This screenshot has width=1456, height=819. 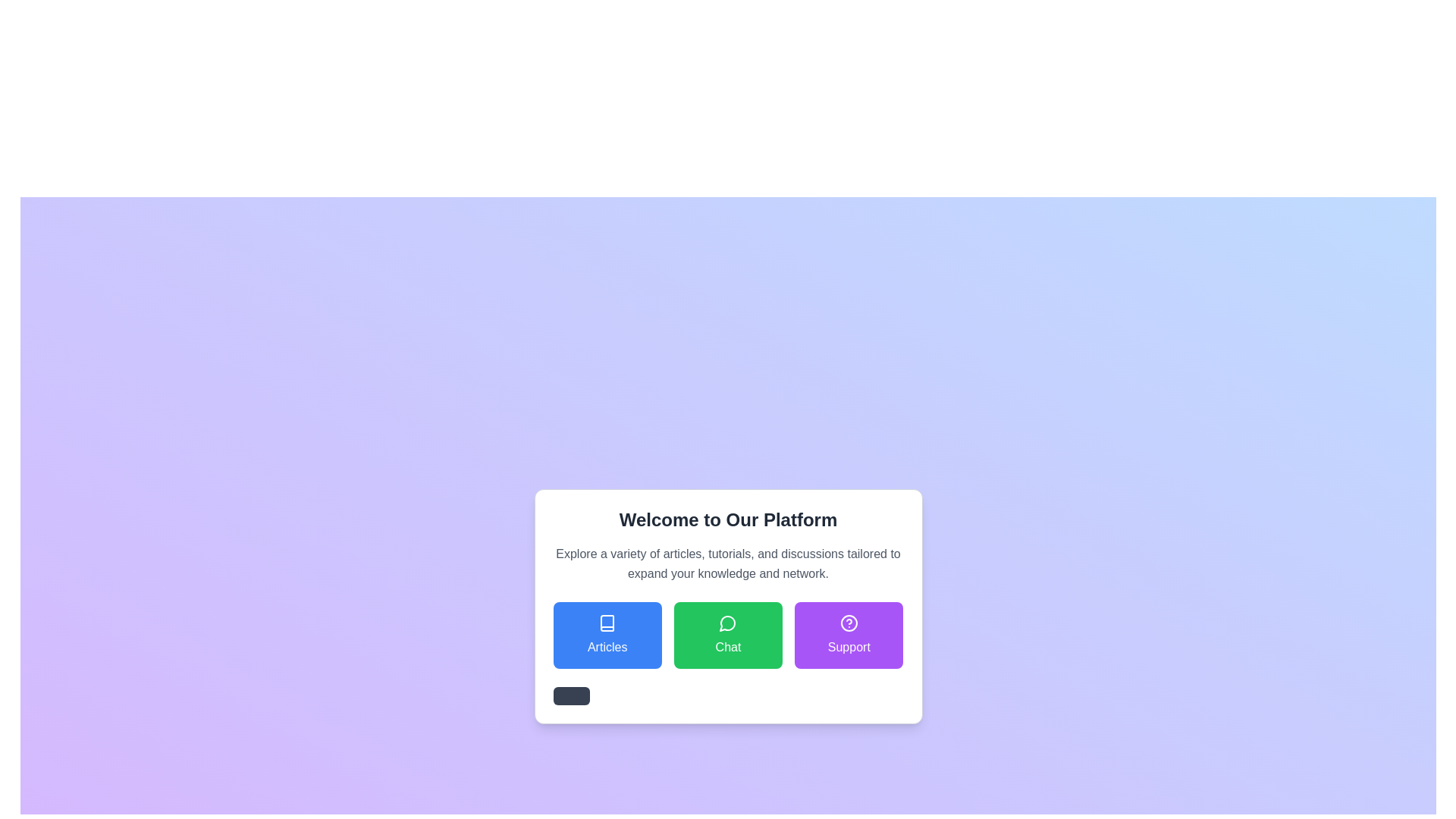 What do you see at coordinates (728, 635) in the screenshot?
I see `the green 'Chat' button, which features a white speech bubble icon above the text` at bounding box center [728, 635].